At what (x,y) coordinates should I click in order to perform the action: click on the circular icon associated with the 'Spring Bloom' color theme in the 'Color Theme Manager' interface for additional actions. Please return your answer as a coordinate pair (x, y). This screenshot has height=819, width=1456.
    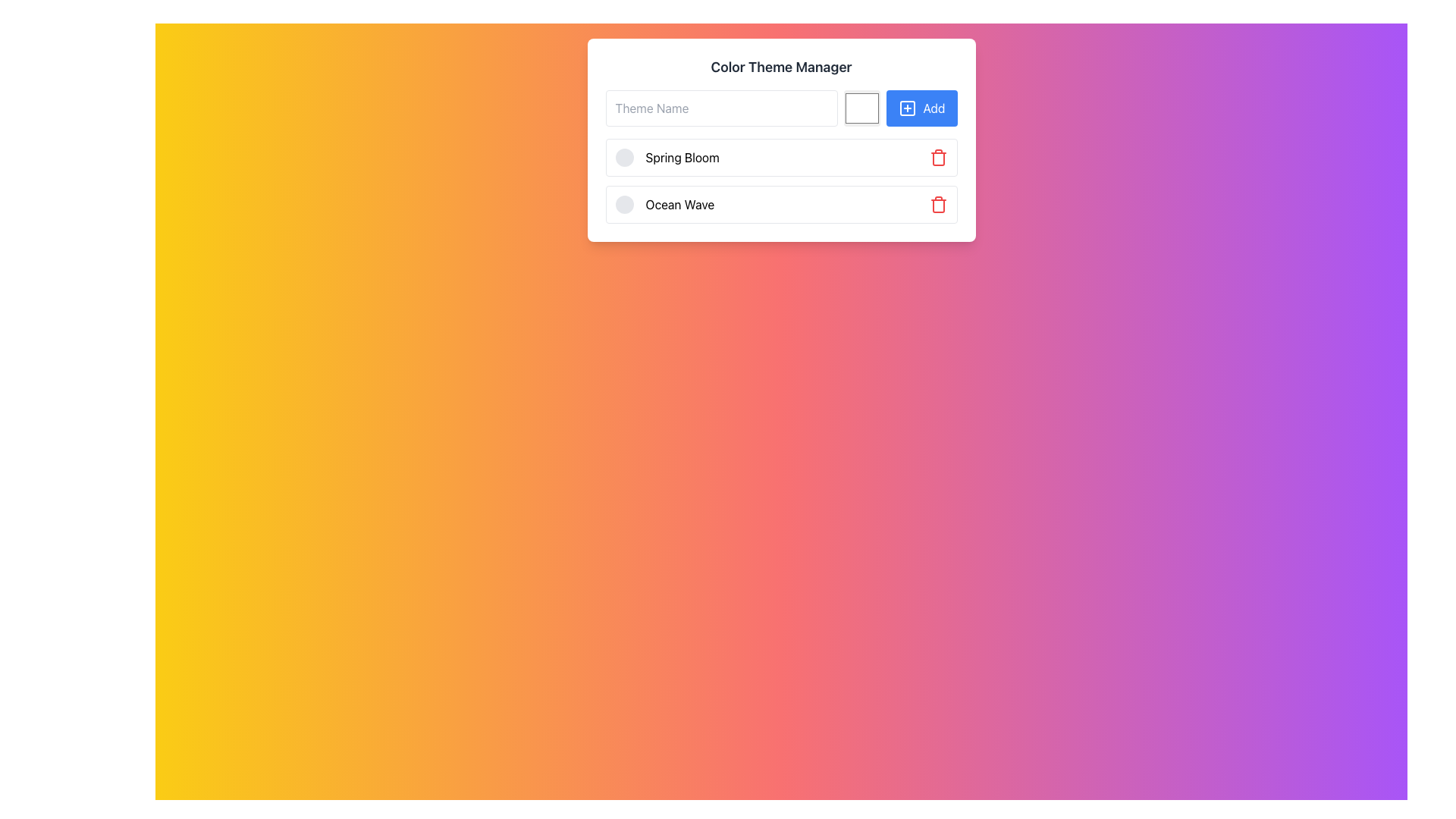
    Looking at the image, I should click on (667, 158).